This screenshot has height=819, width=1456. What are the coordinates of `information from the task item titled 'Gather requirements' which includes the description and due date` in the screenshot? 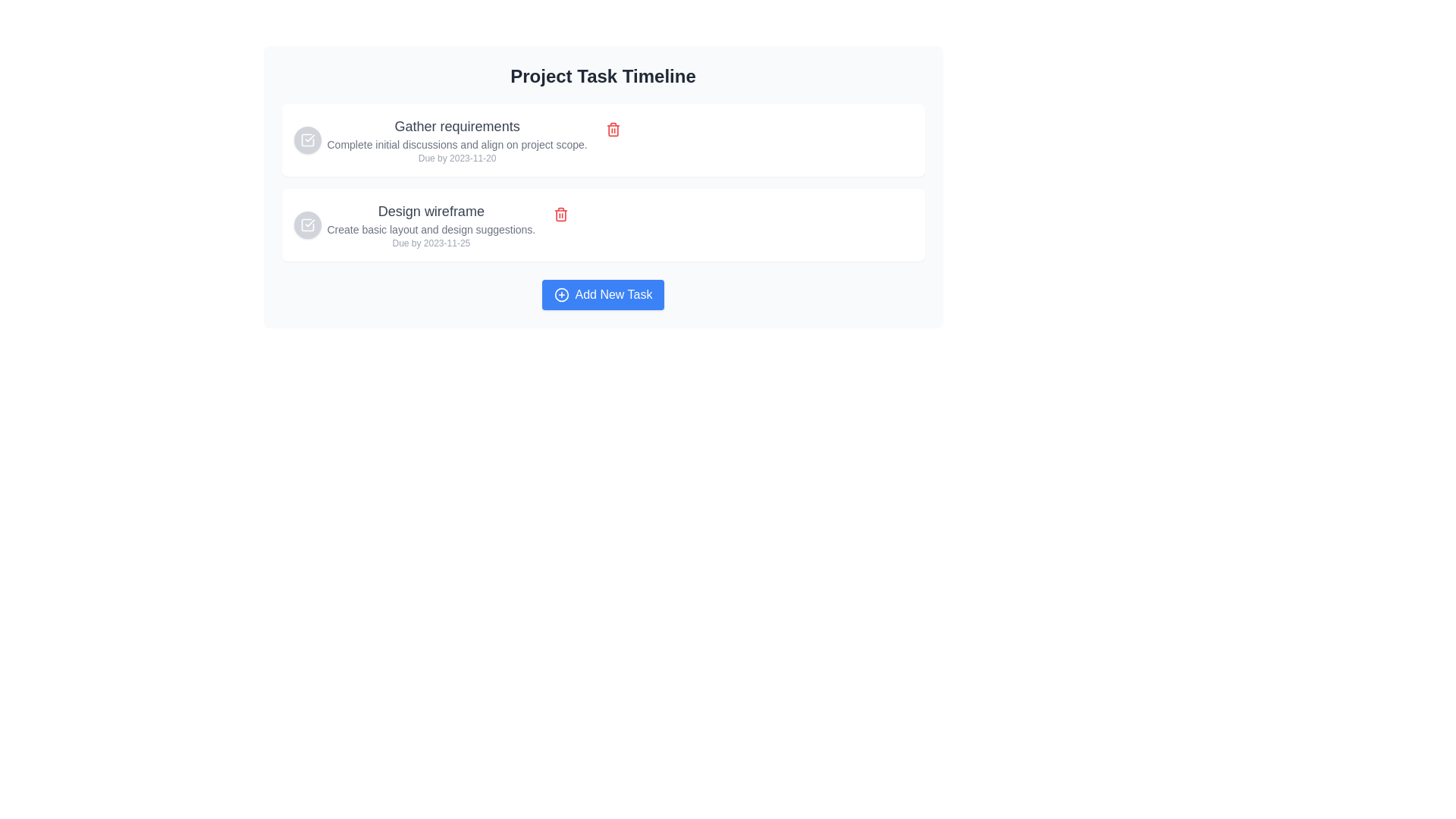 It's located at (440, 140).